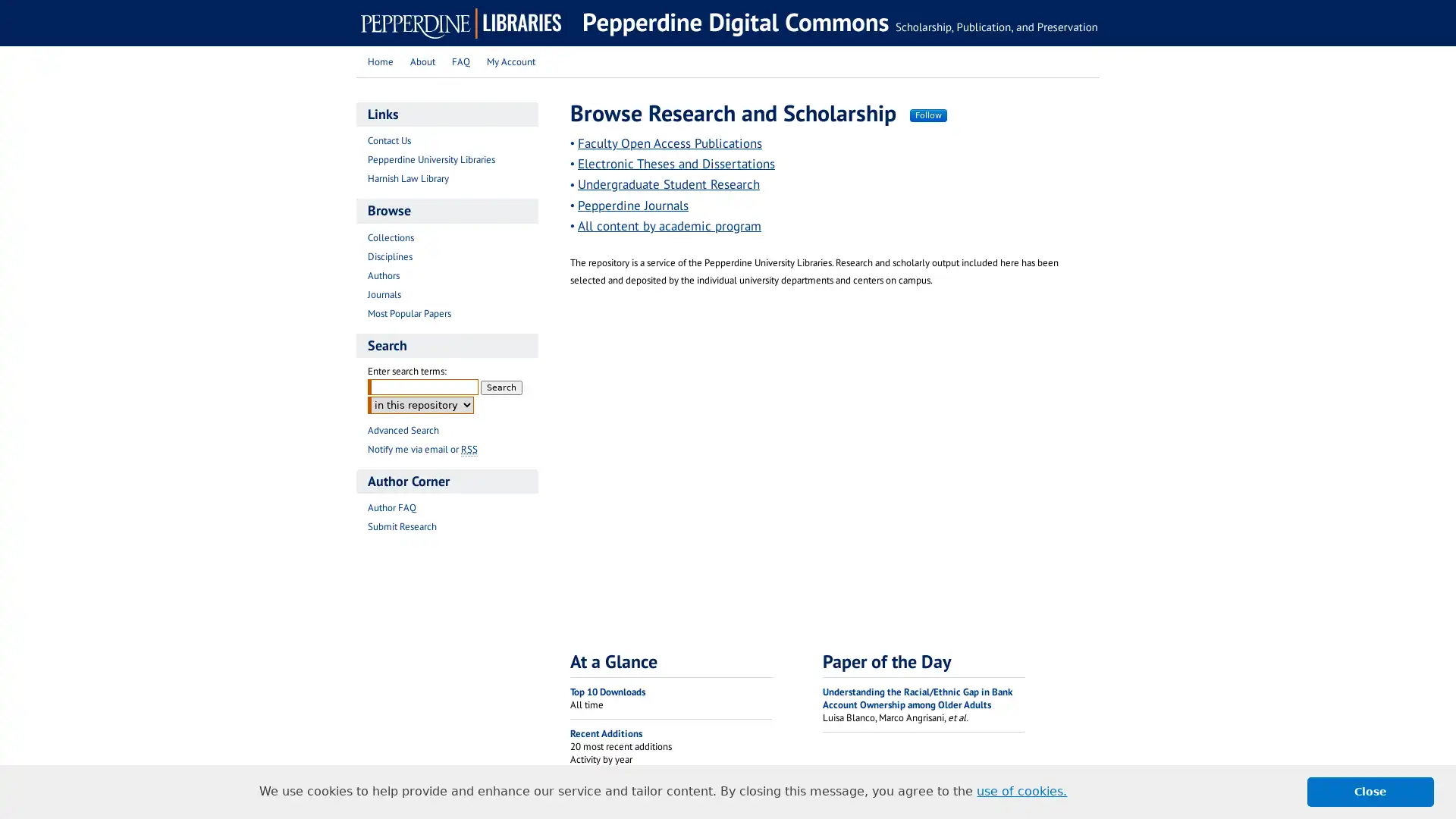 This screenshot has width=1456, height=819. I want to click on dismiss cookie message, so click(1370, 791).